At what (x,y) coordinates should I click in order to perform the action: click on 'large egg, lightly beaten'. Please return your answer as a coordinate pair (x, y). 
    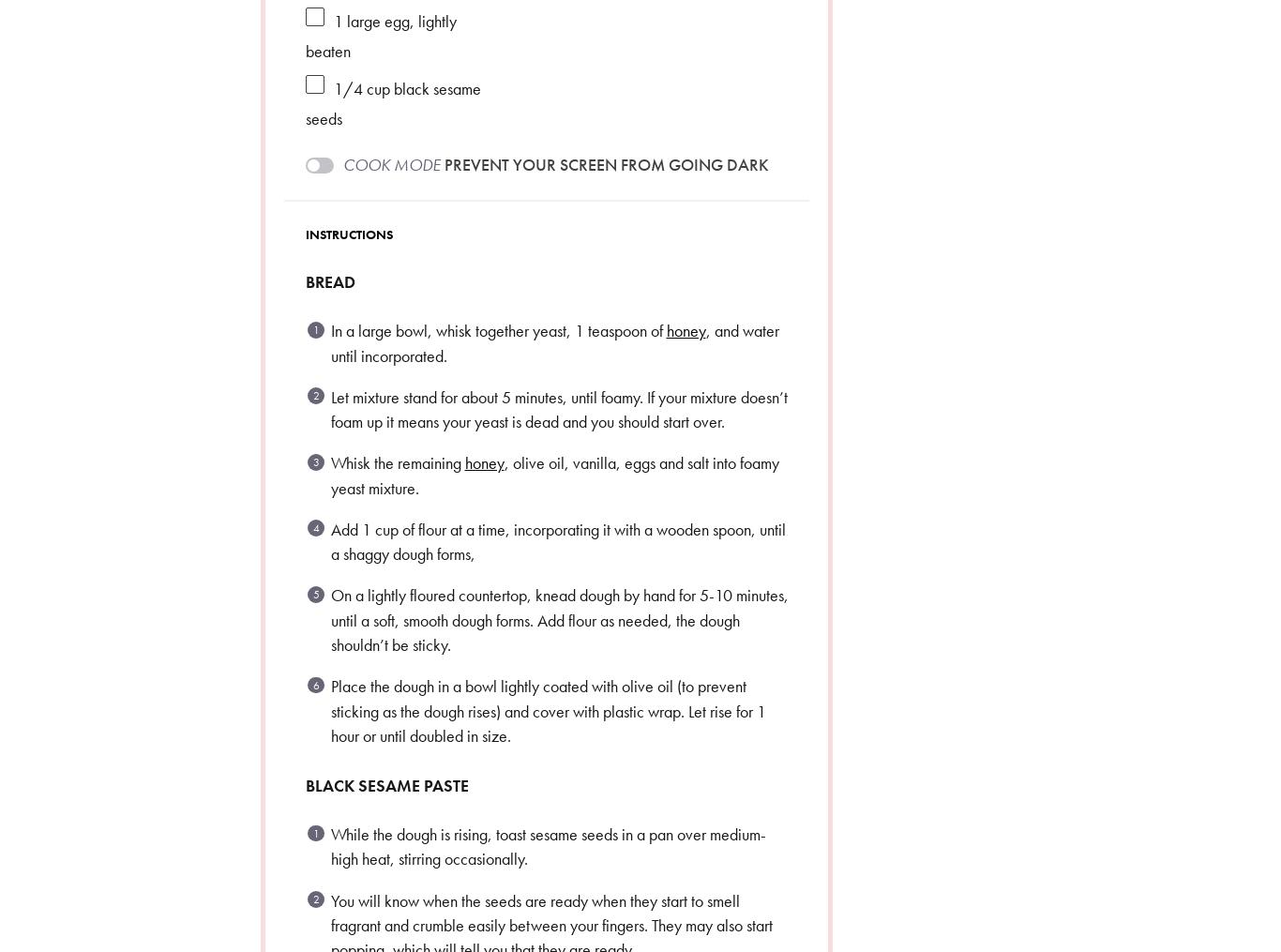
    Looking at the image, I should click on (379, 35).